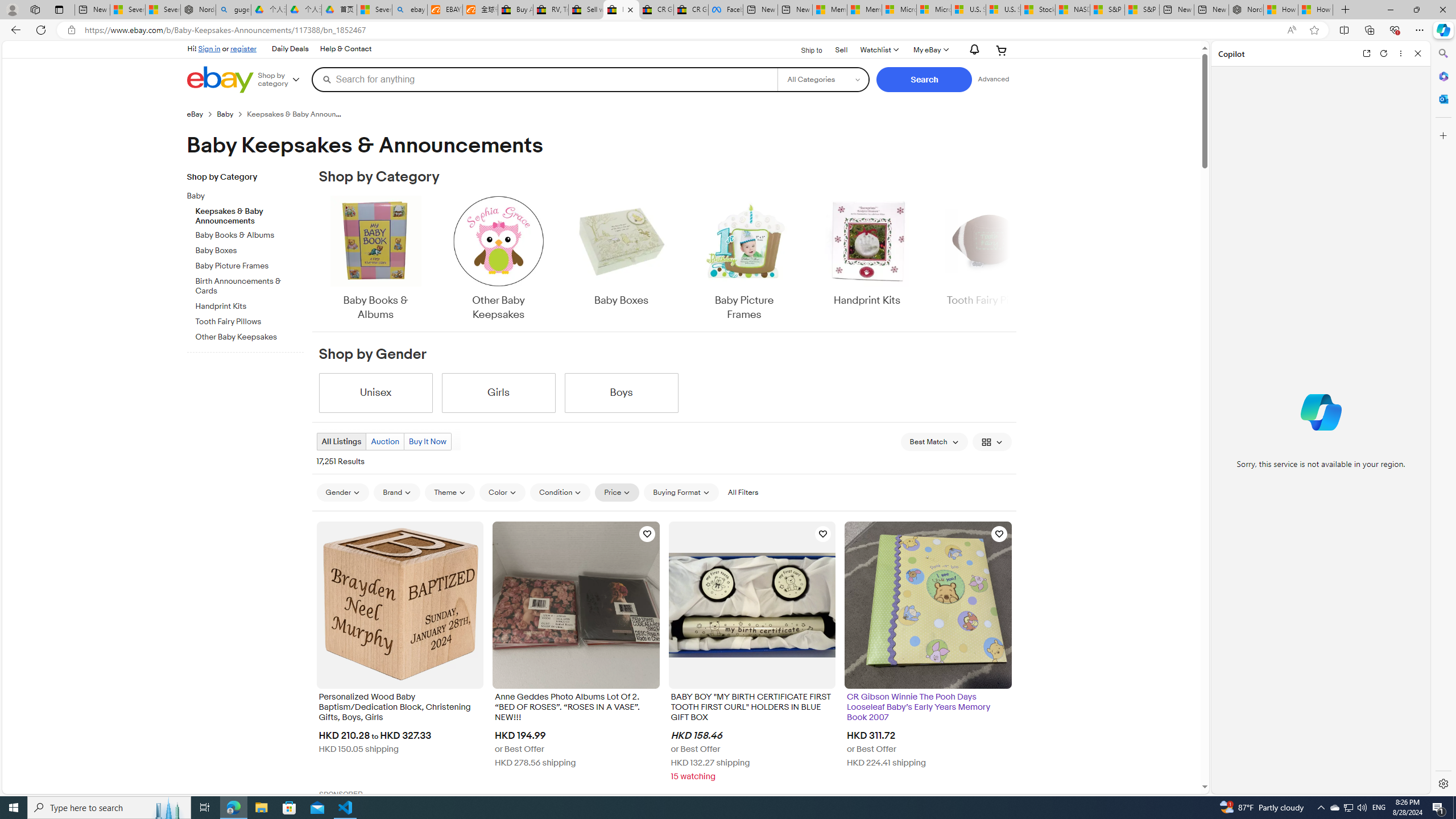 The width and height of the screenshot is (1456, 819). I want to click on 'All Listings', so click(341, 441).